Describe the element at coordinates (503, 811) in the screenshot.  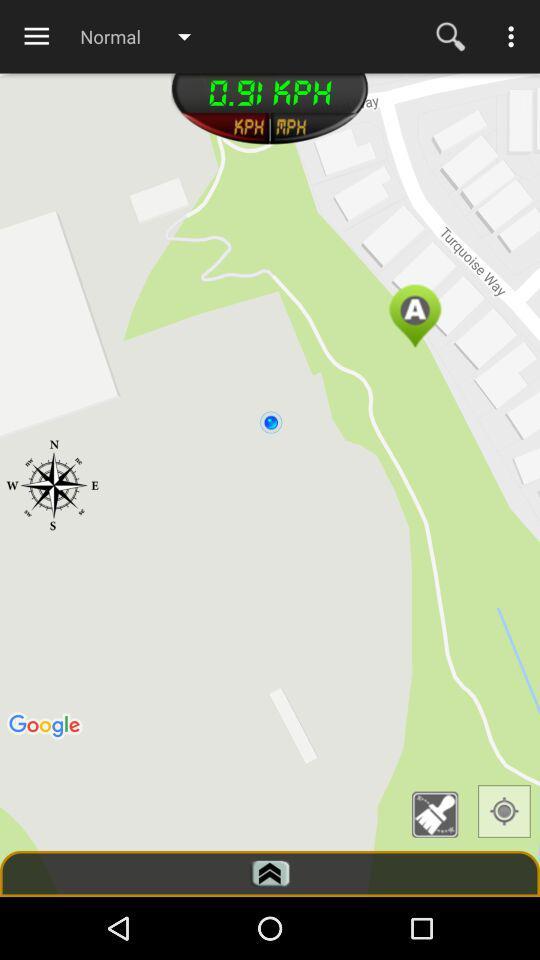
I see `locate position` at that location.